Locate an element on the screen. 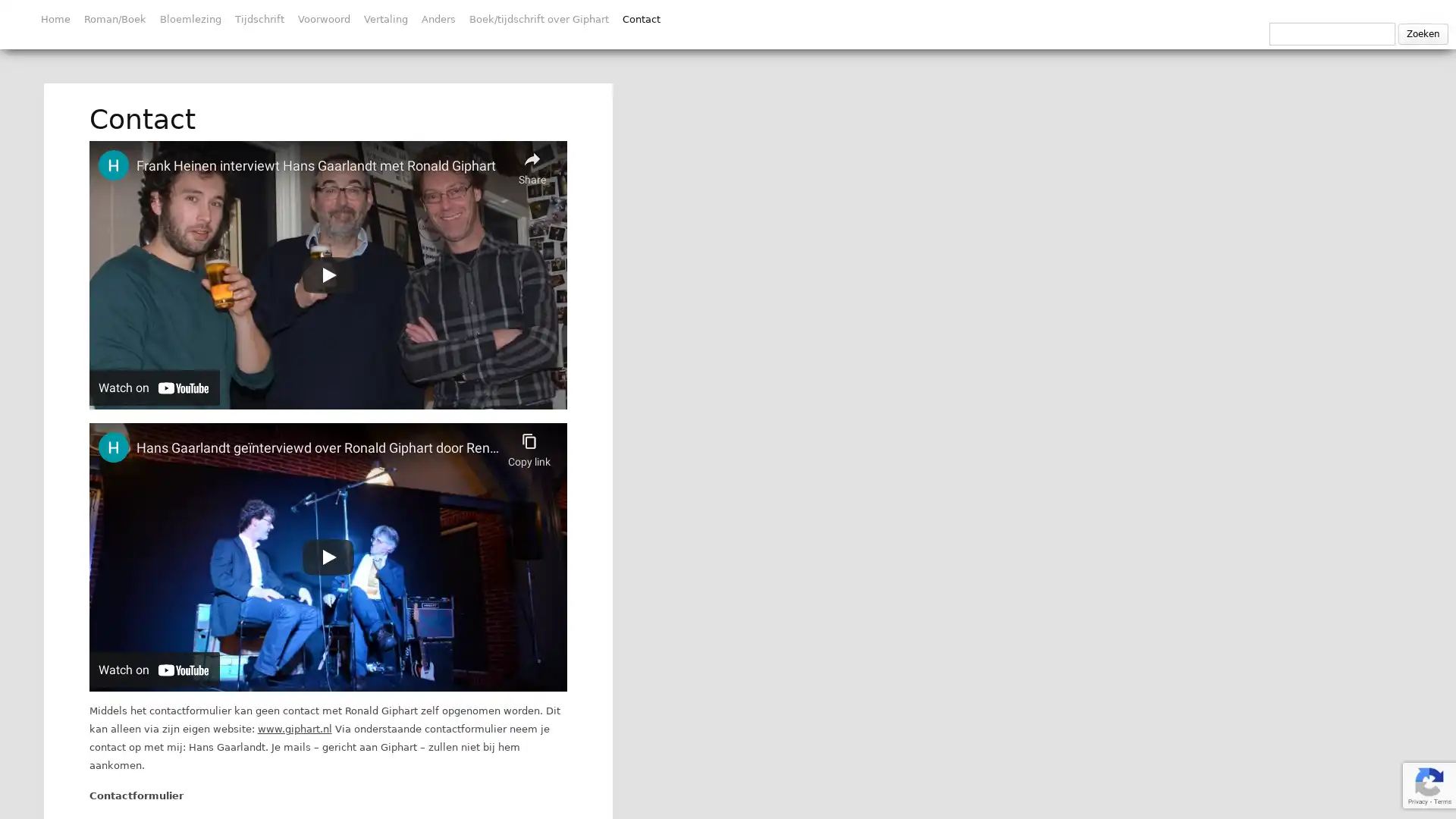 The image size is (1456, 819). Zoeken is located at coordinates (1422, 34).